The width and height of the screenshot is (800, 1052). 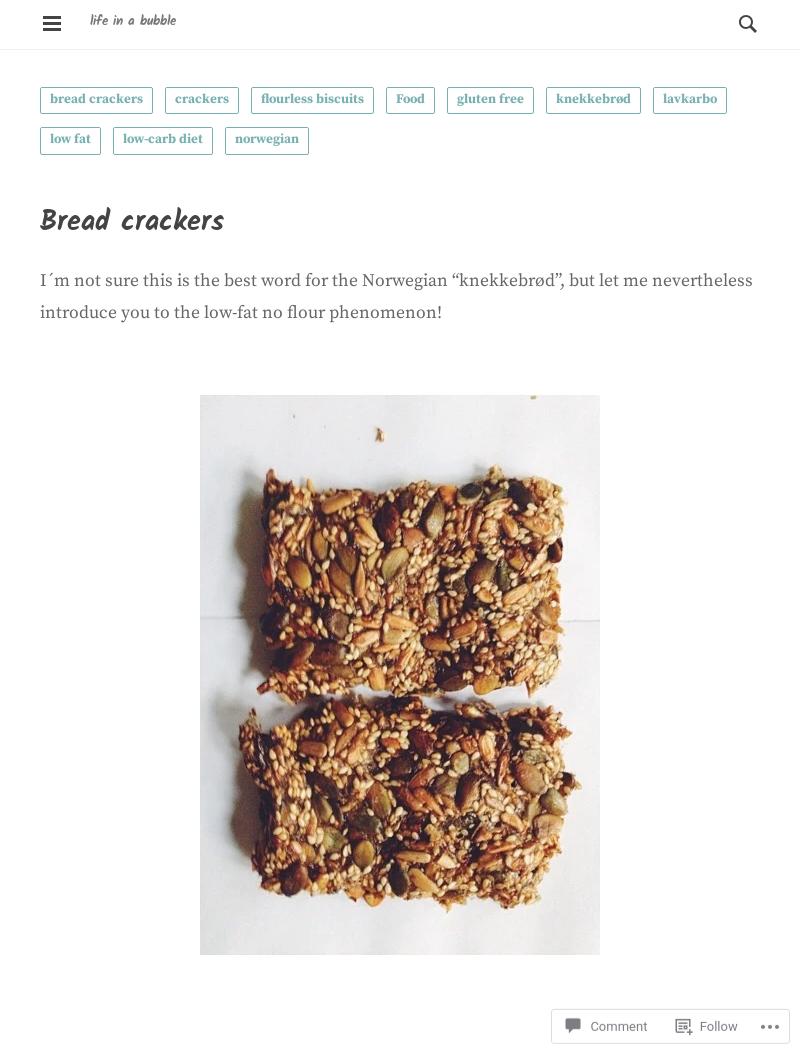 I want to click on 'norwegian', so click(x=265, y=137).